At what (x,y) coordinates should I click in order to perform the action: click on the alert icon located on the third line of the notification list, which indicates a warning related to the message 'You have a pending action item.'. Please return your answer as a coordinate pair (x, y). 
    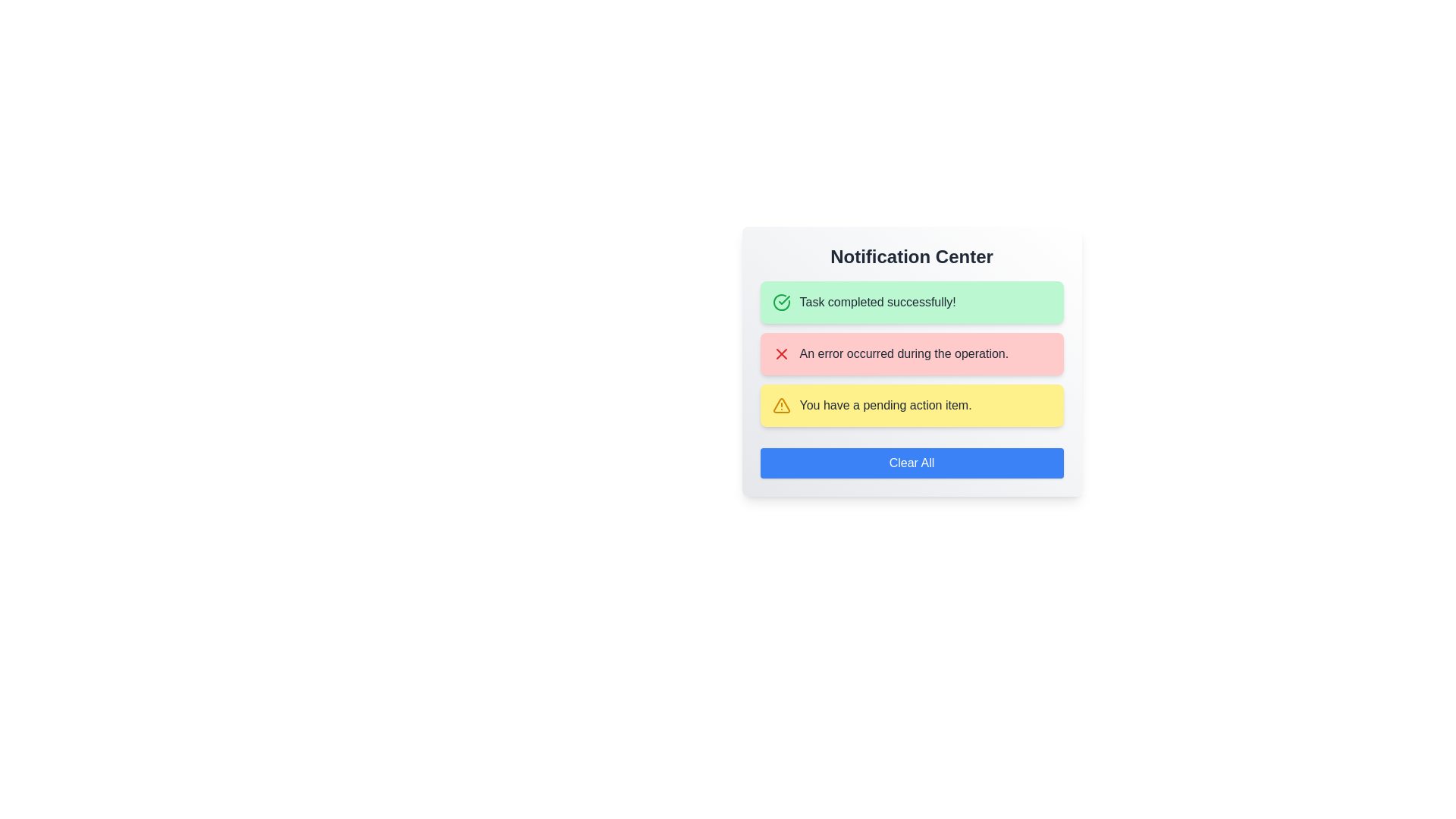
    Looking at the image, I should click on (781, 405).